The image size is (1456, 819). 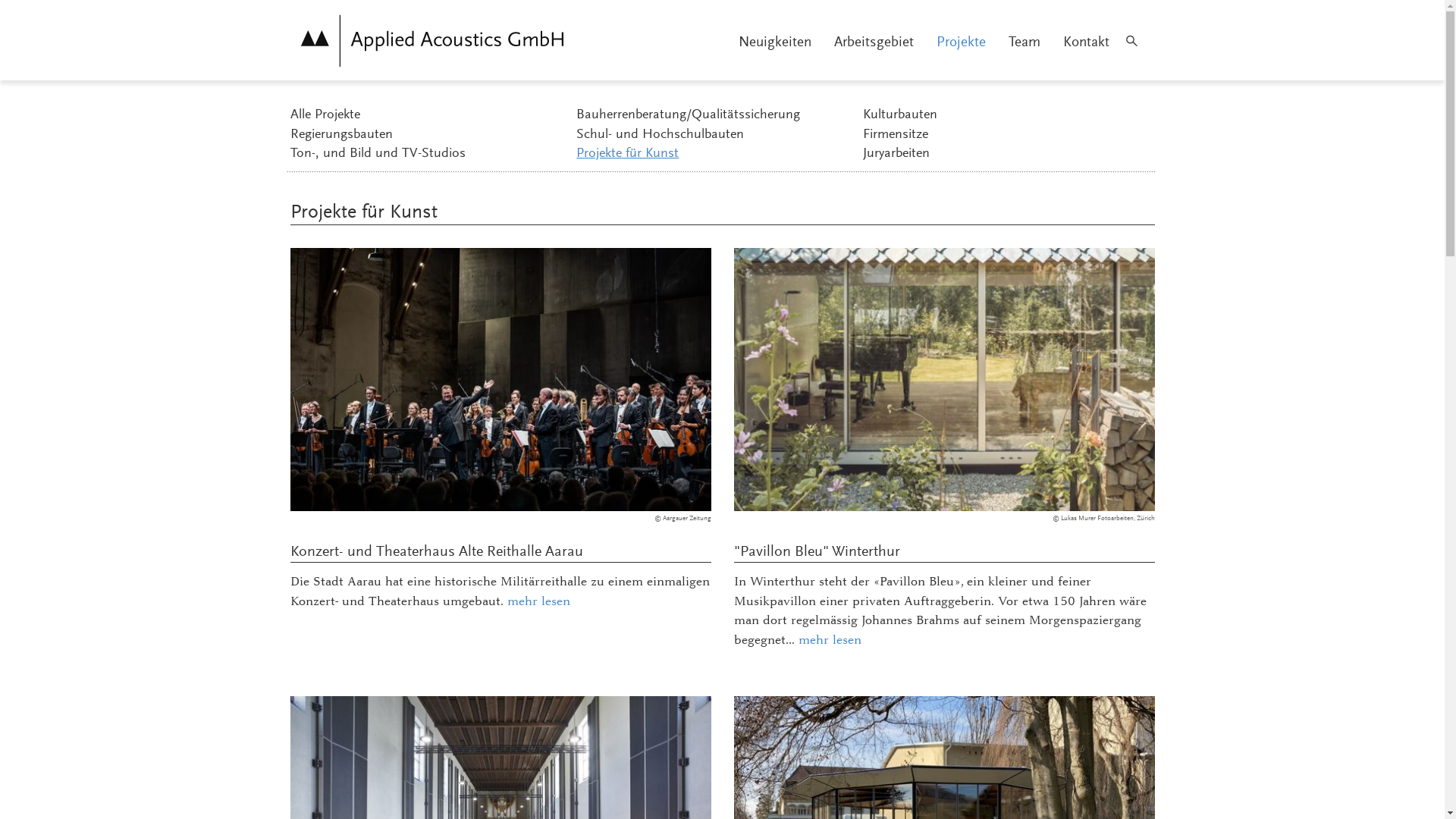 I want to click on 'Arbeitsgebiet', so click(x=873, y=42).